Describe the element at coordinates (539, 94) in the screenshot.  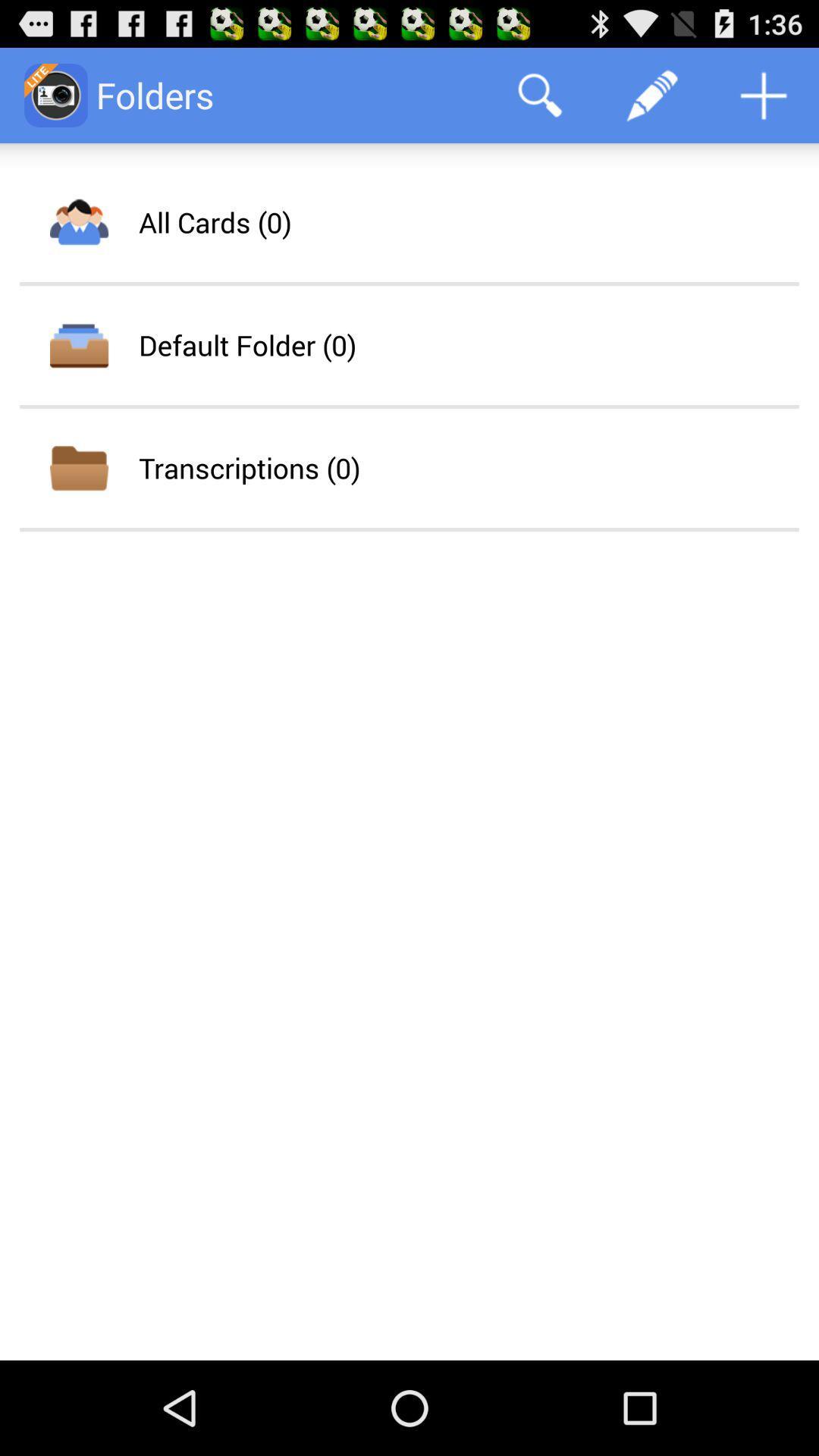
I see `icon at the top` at that location.